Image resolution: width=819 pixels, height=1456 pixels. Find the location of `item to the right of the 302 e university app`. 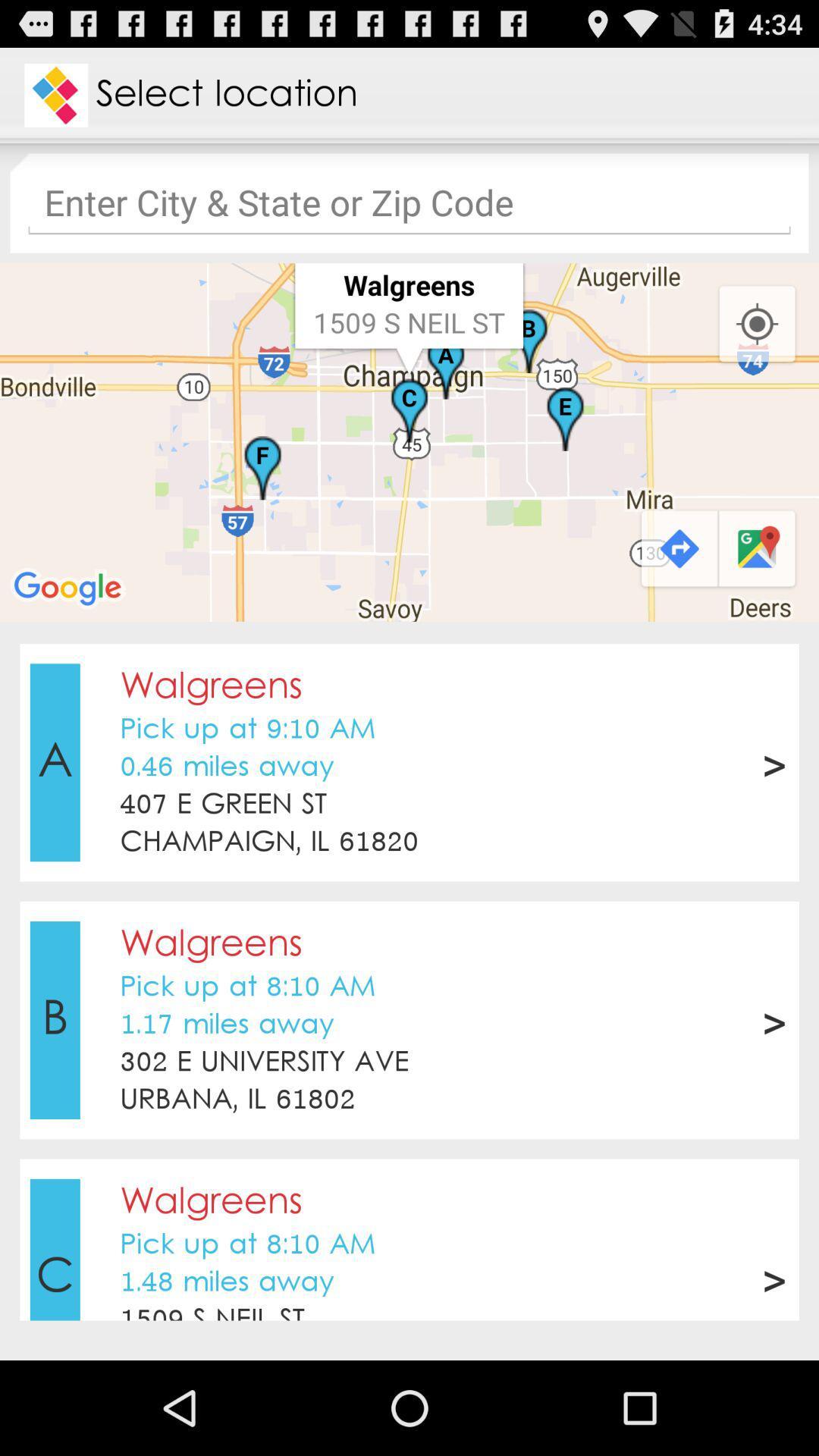

item to the right of the 302 e university app is located at coordinates (773, 1020).